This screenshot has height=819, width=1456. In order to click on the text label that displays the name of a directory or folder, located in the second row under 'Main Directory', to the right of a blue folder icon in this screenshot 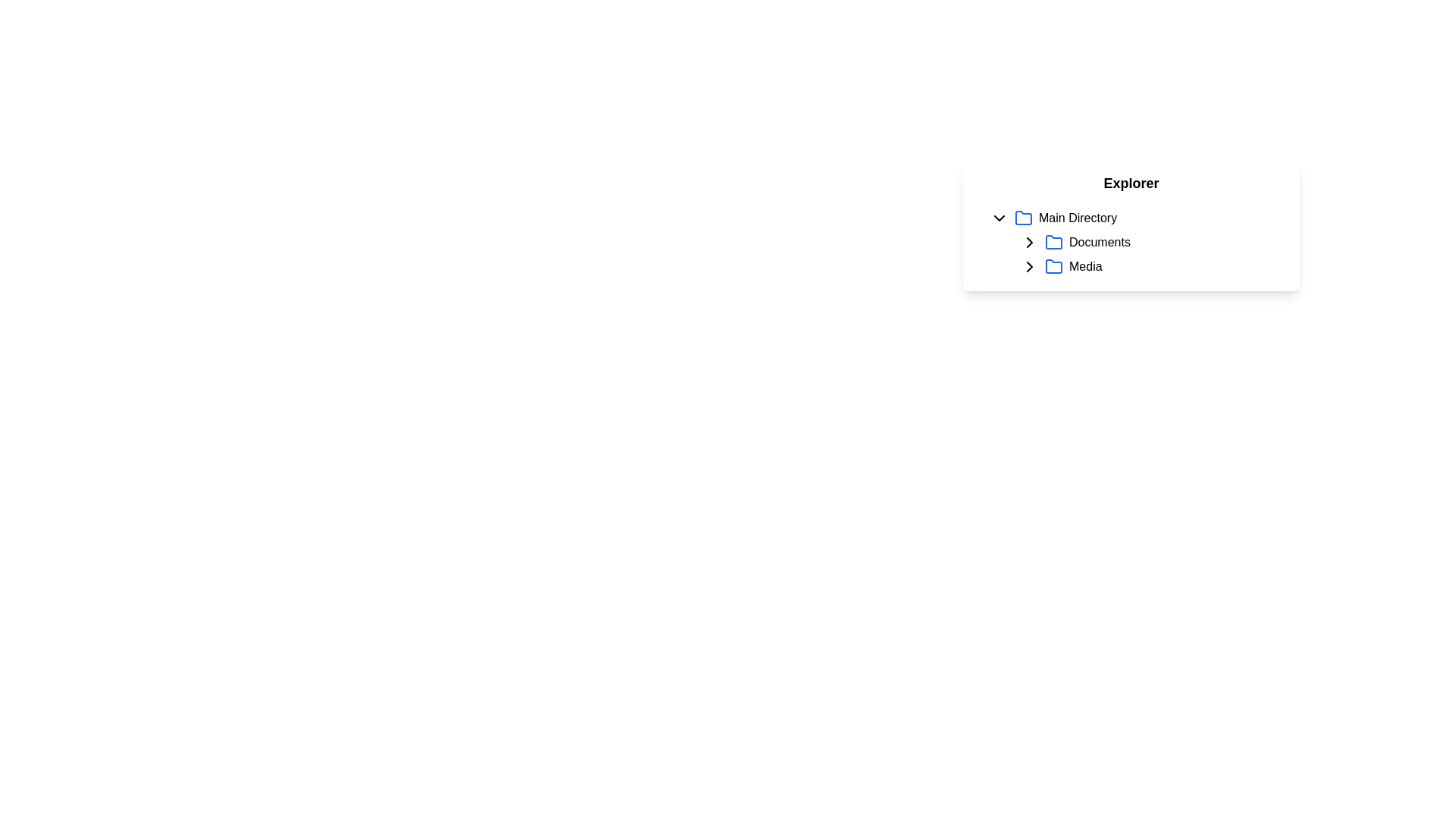, I will do `click(1100, 242)`.